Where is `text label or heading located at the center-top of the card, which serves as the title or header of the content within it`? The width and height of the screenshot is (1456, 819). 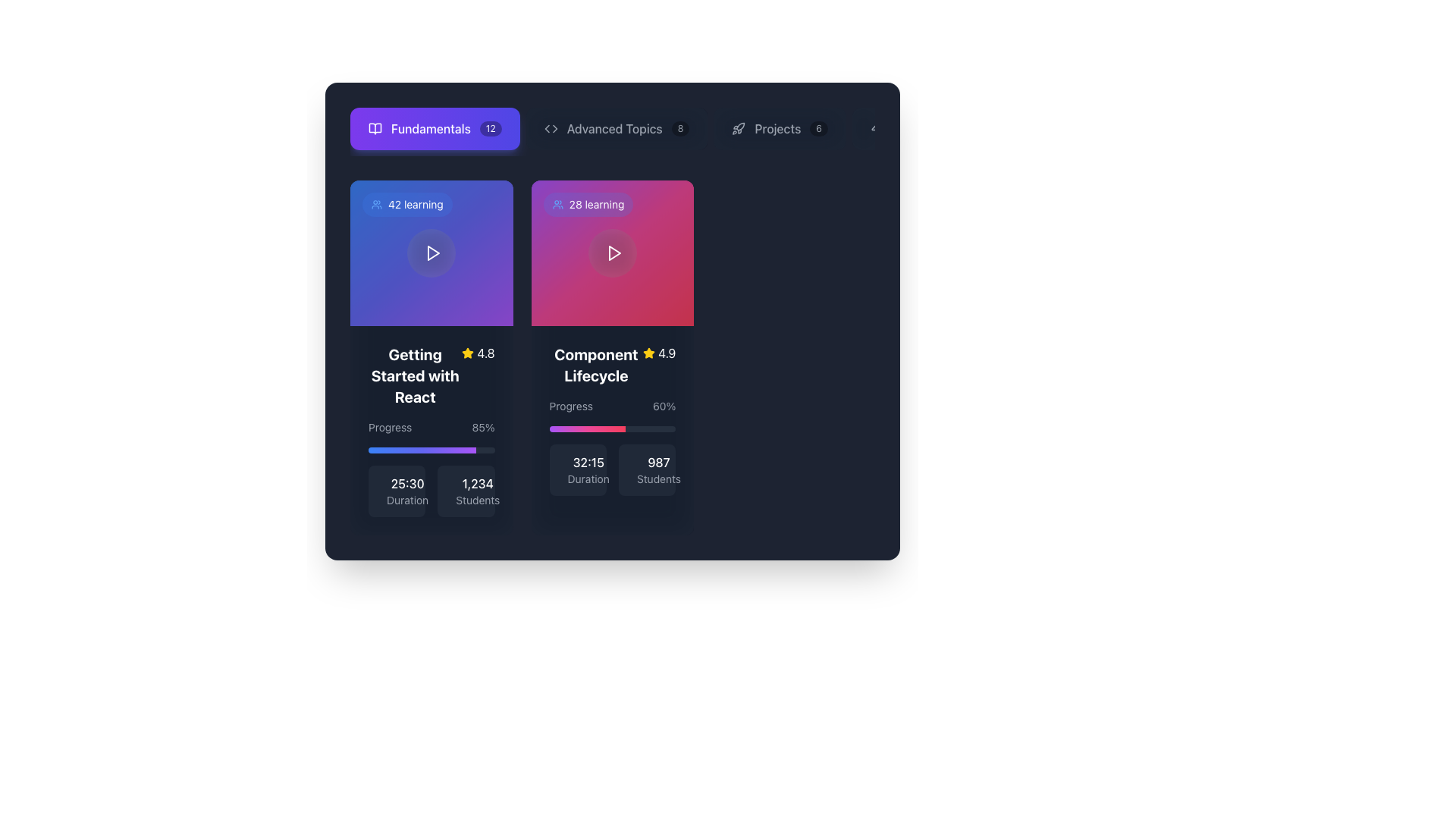 text label or heading located at the center-top of the card, which serves as the title or header of the content within it is located at coordinates (595, 366).